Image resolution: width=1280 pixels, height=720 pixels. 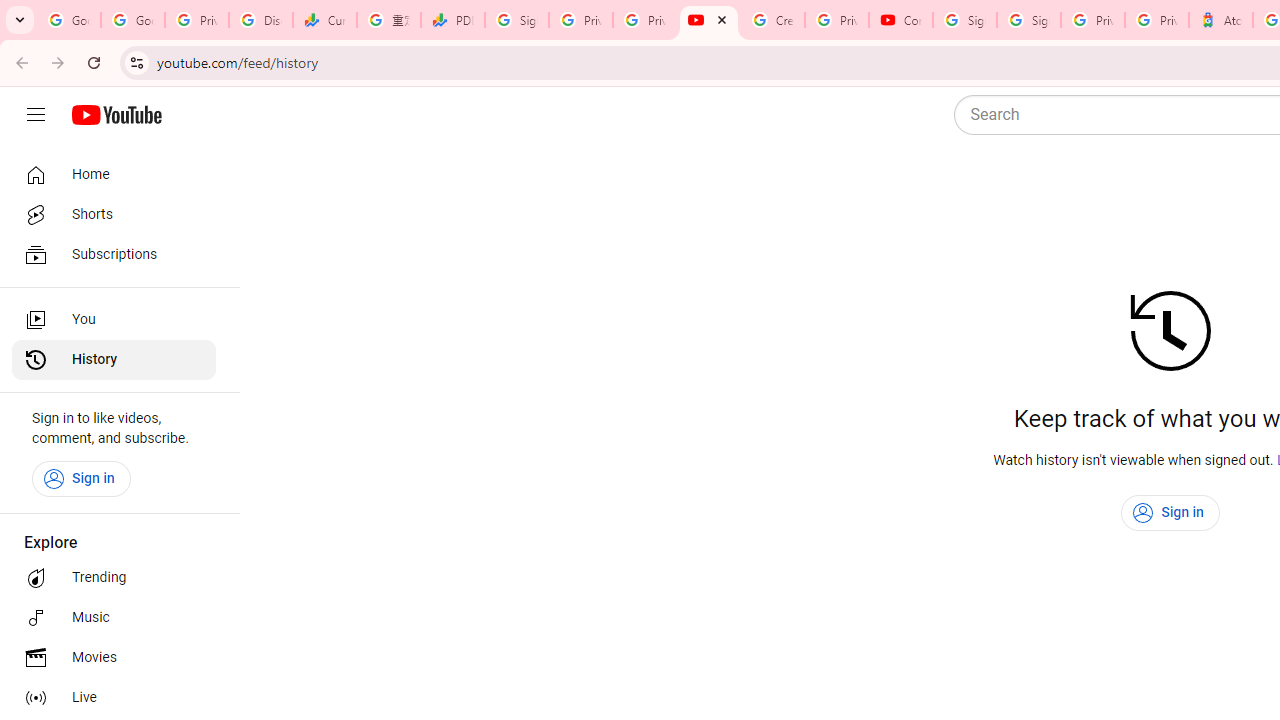 I want to click on 'Sign in - Google Accounts', so click(x=1029, y=20).